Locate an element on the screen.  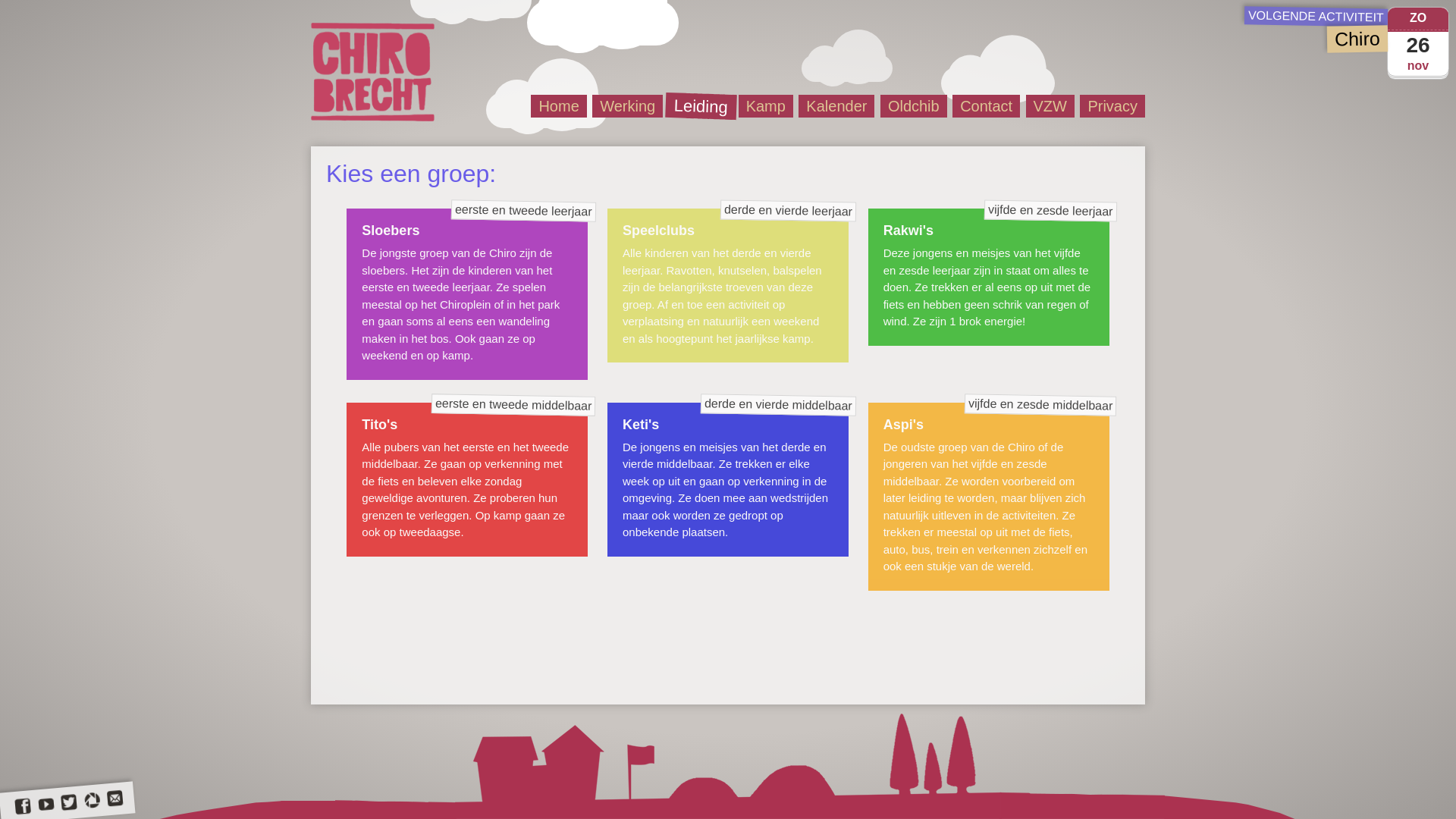
'Leiding' is located at coordinates (696, 103).